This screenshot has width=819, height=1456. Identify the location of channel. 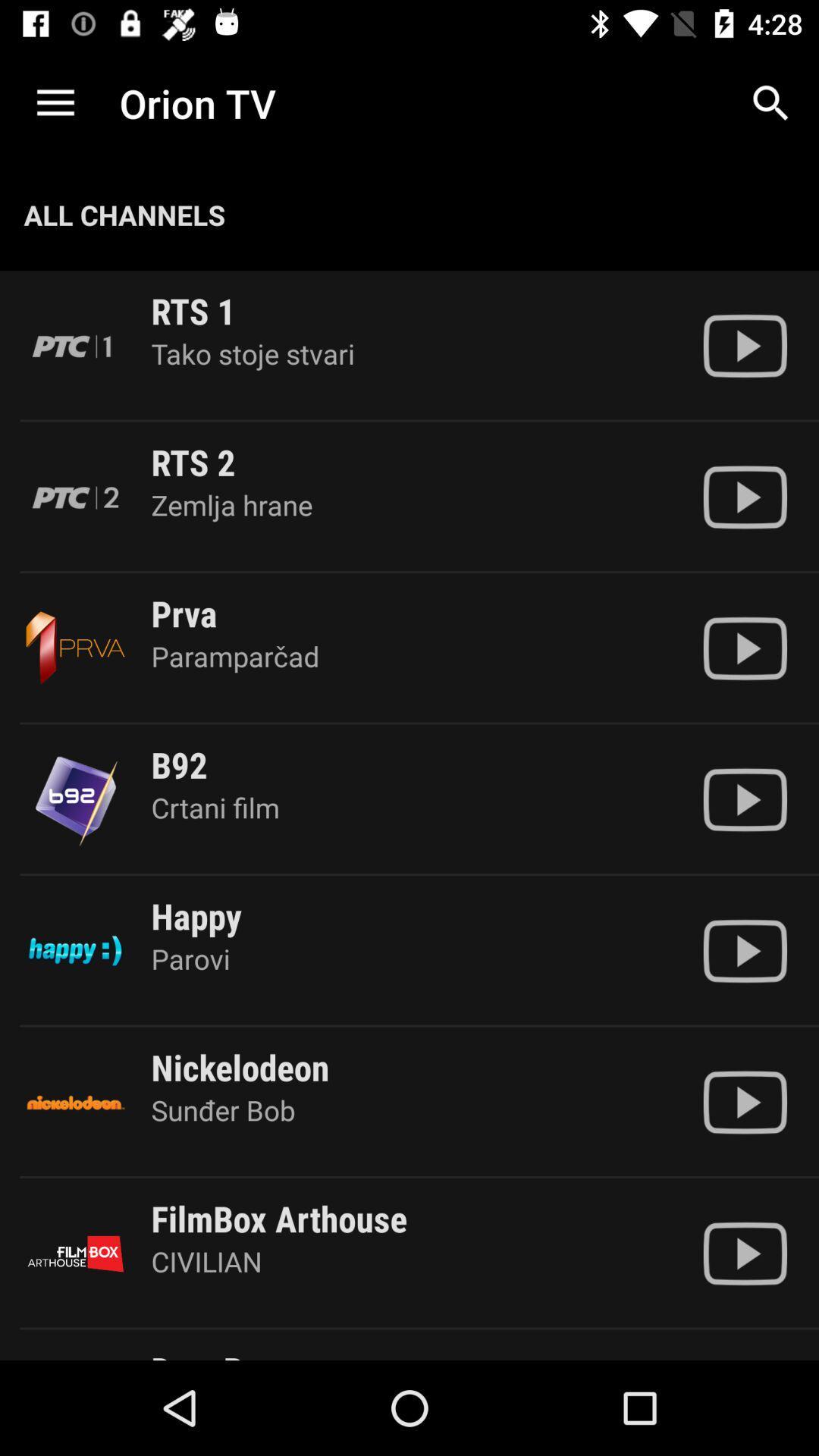
(744, 345).